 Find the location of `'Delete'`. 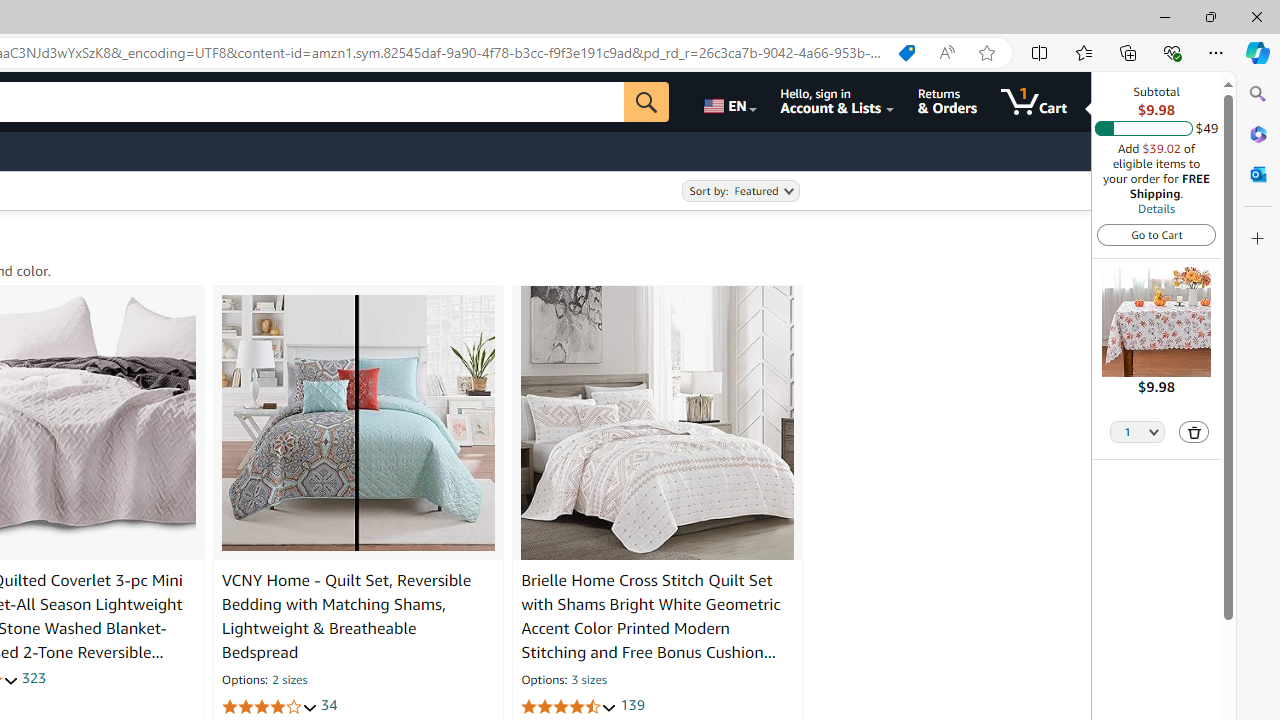

'Delete' is located at coordinates (1194, 430).